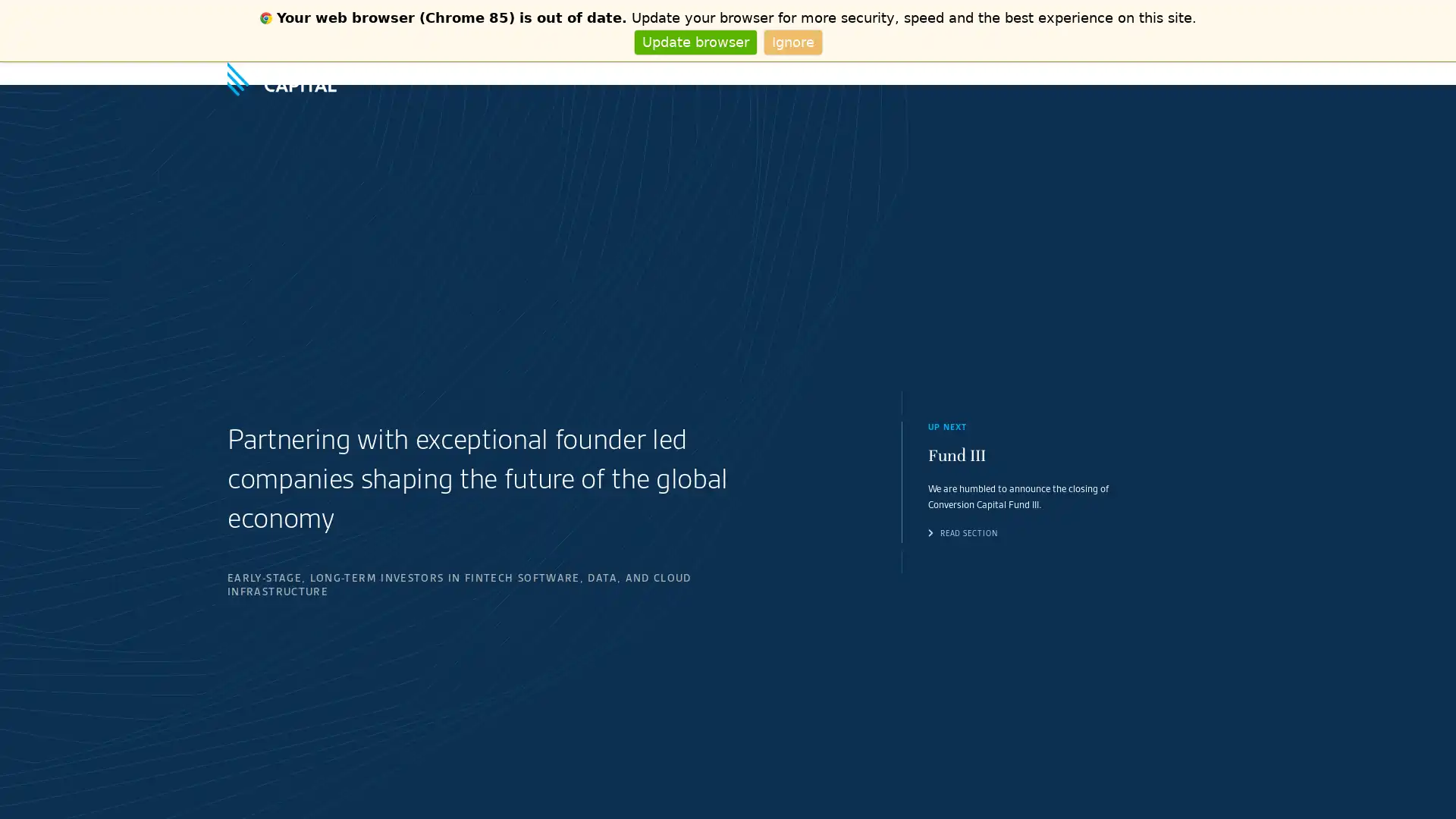 The height and width of the screenshot is (819, 1456). What do you see at coordinates (792, 41) in the screenshot?
I see `Ignore` at bounding box center [792, 41].